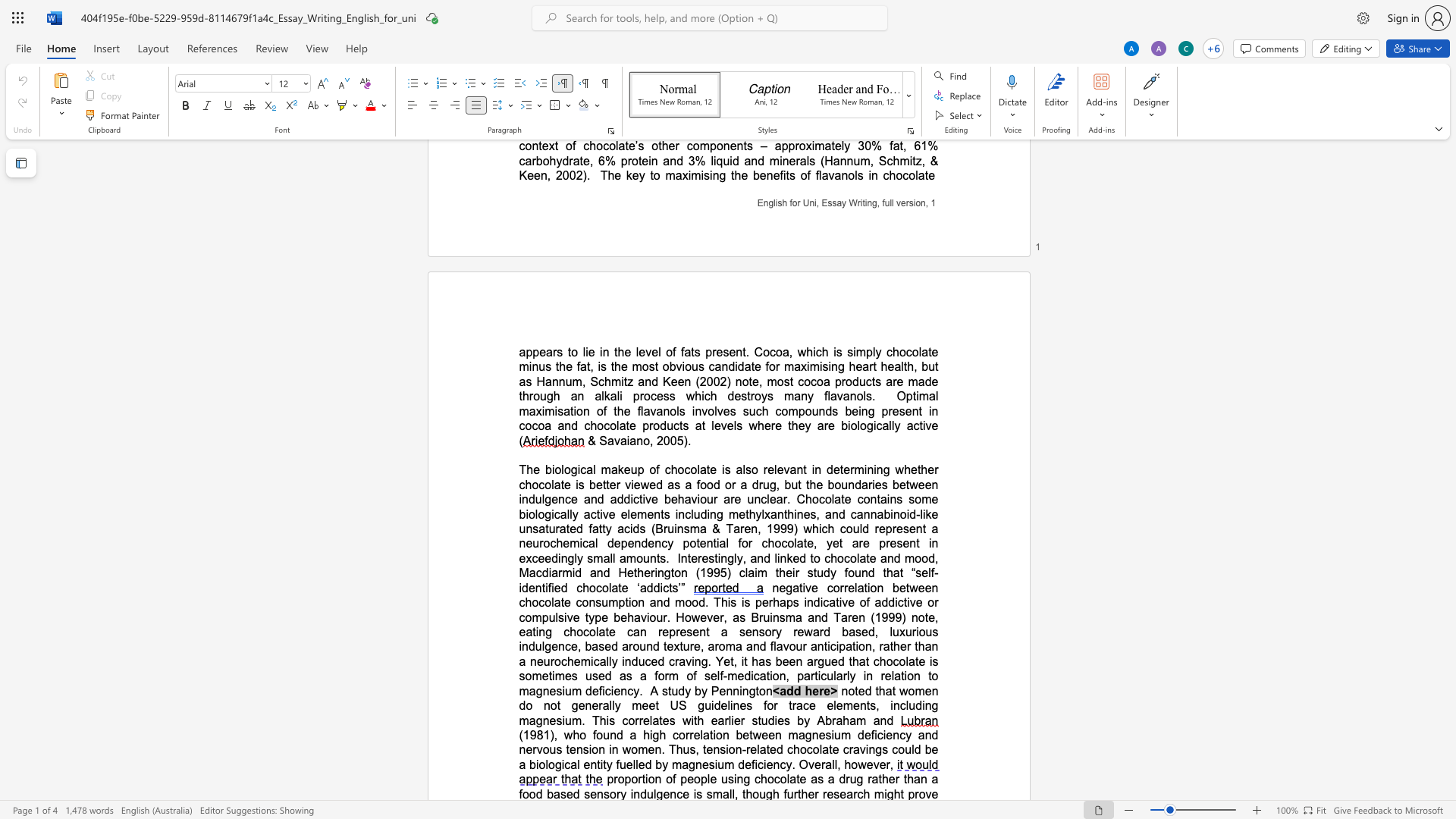 This screenshot has width=1456, height=819. What do you see at coordinates (724, 469) in the screenshot?
I see `the space between the continuous character "i" and "s" in the text` at bounding box center [724, 469].